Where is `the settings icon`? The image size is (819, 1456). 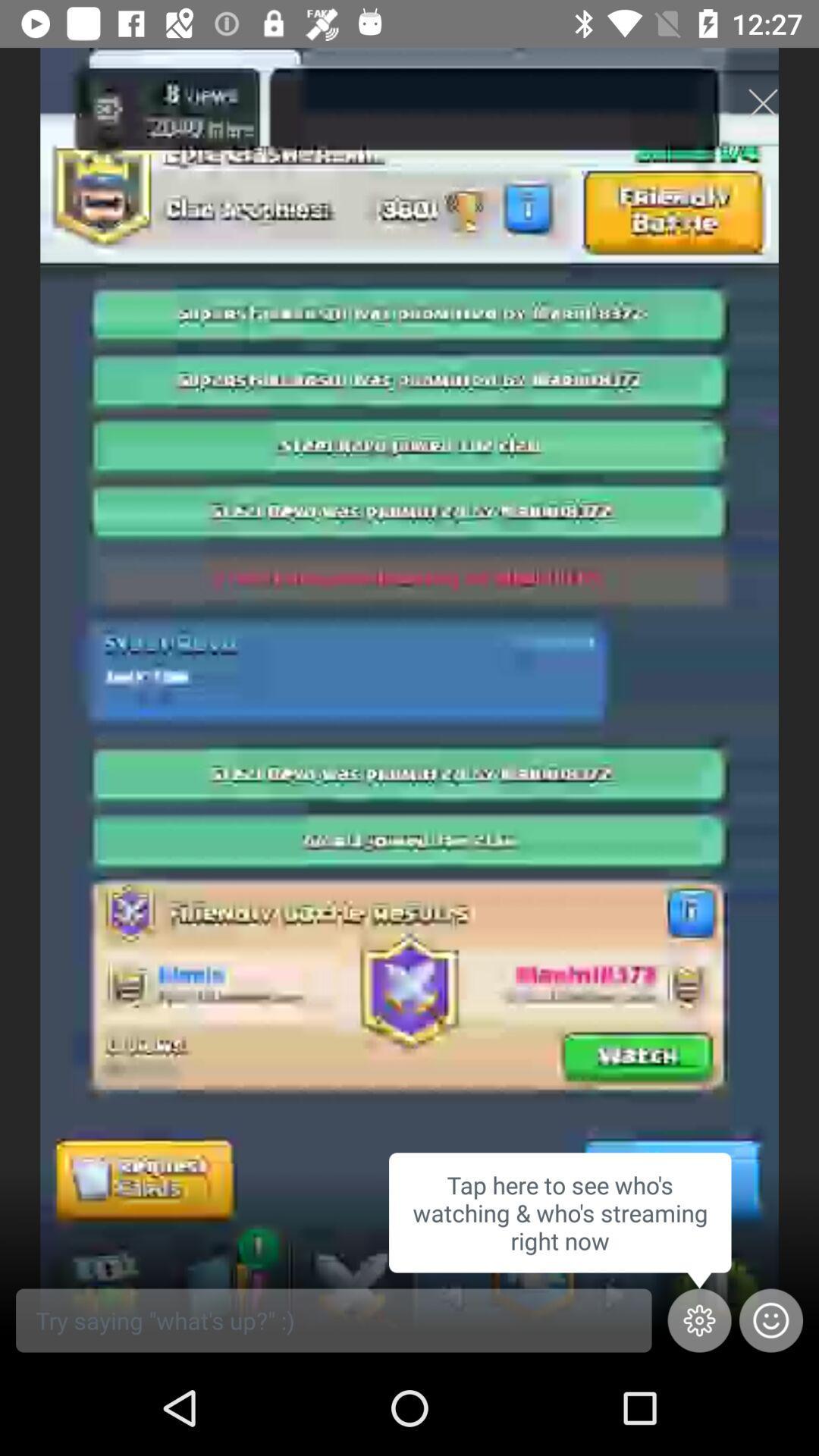
the settings icon is located at coordinates (699, 1319).